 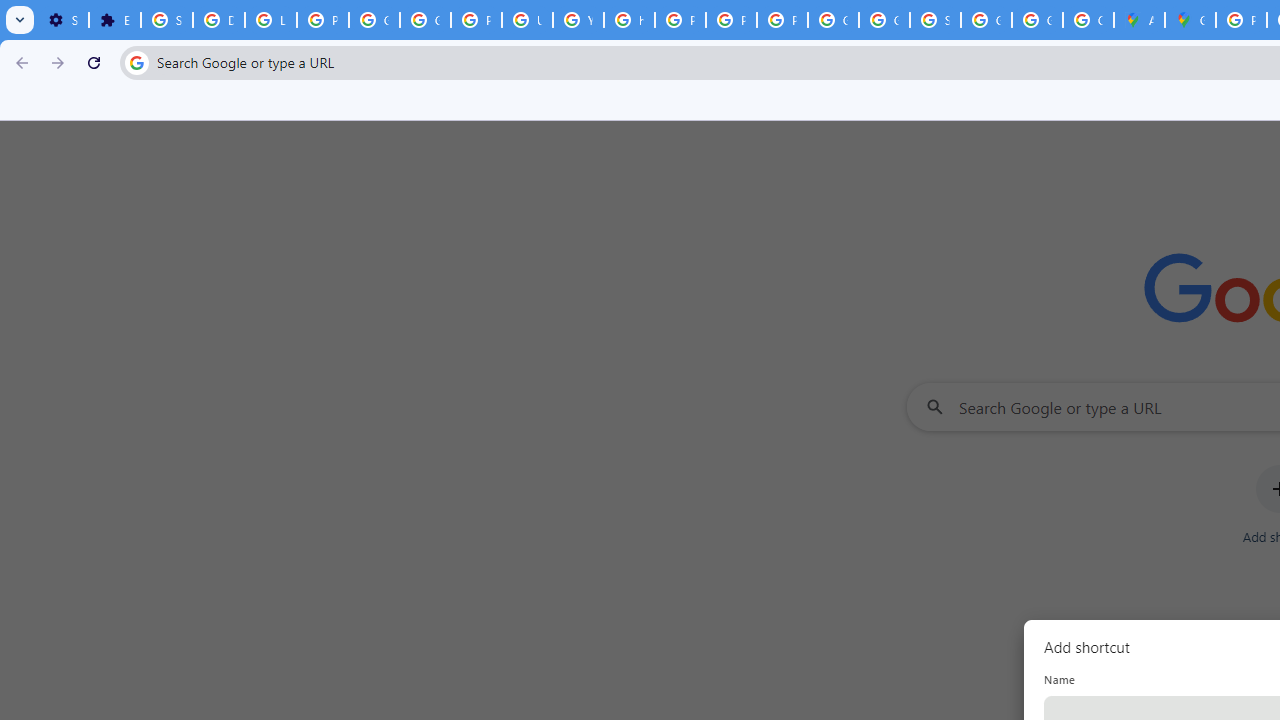 I want to click on 'Sign in - Google Accounts', so click(x=167, y=20).